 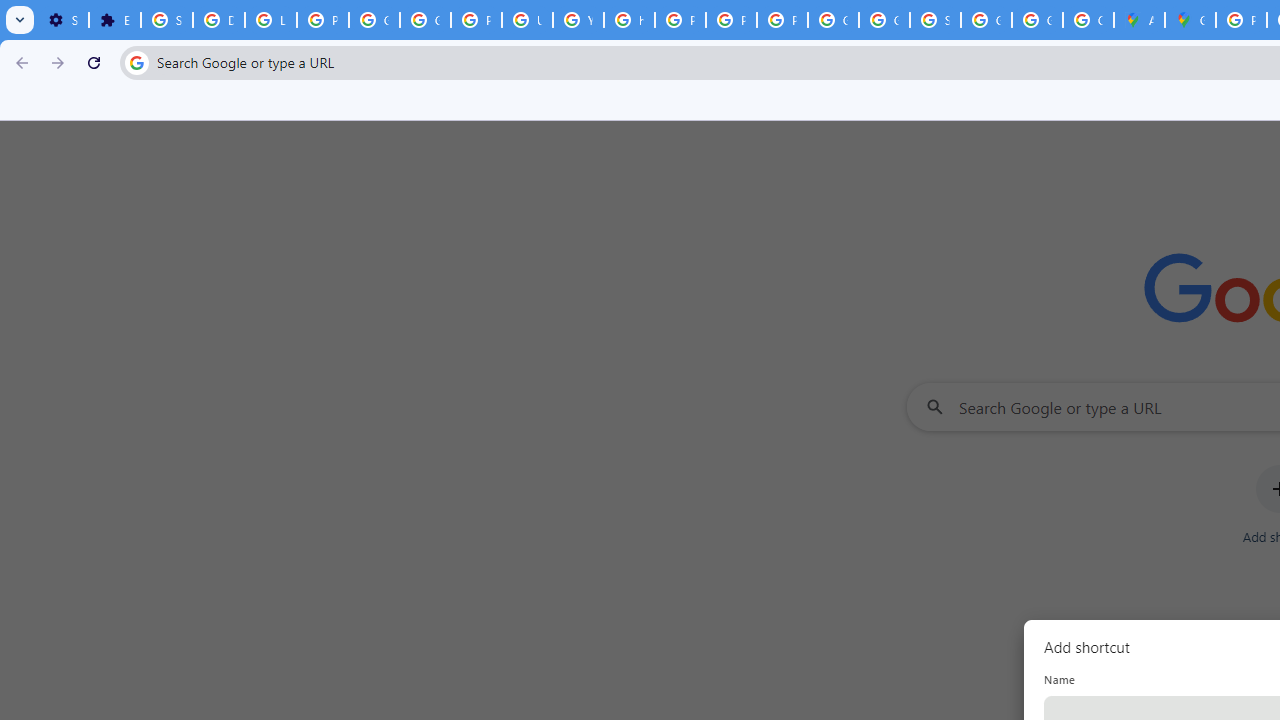 I want to click on 'Sign in - Google Accounts', so click(x=167, y=20).